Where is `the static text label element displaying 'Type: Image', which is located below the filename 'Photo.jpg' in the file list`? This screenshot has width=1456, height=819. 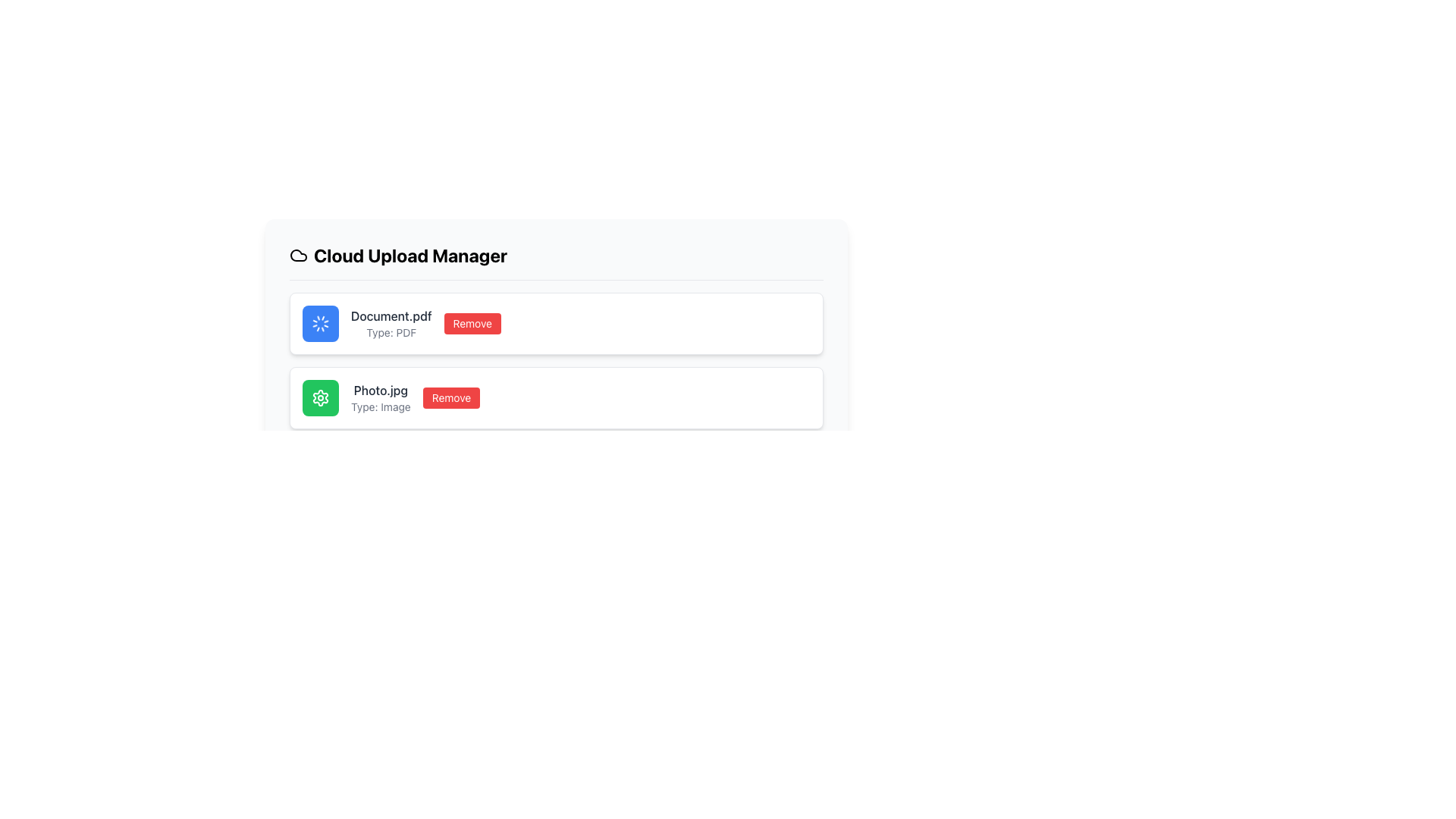
the static text label element displaying 'Type: Image', which is located below the filename 'Photo.jpg' in the file list is located at coordinates (381, 406).